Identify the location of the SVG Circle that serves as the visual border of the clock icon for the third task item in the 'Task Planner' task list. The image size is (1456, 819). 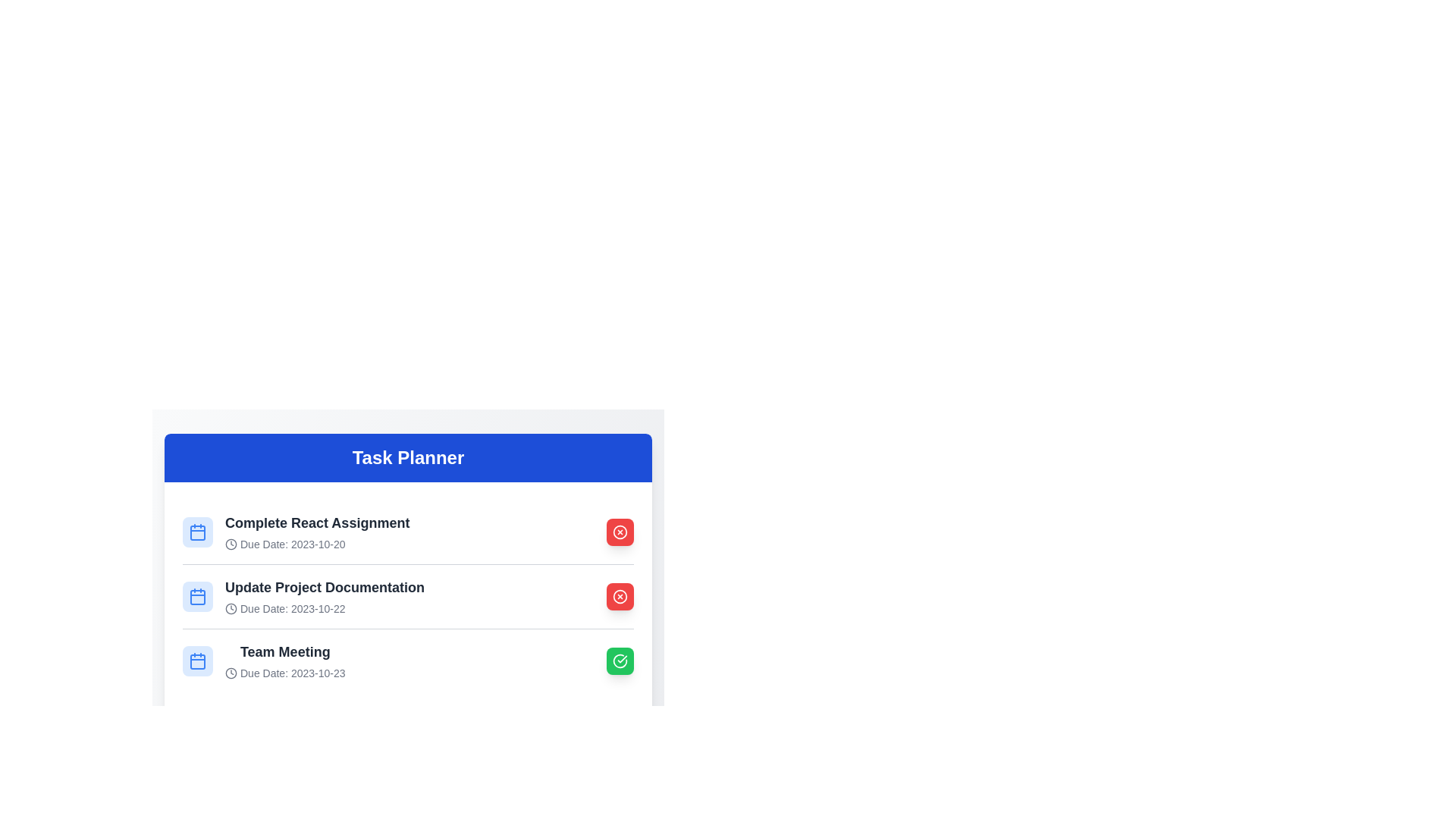
(231, 672).